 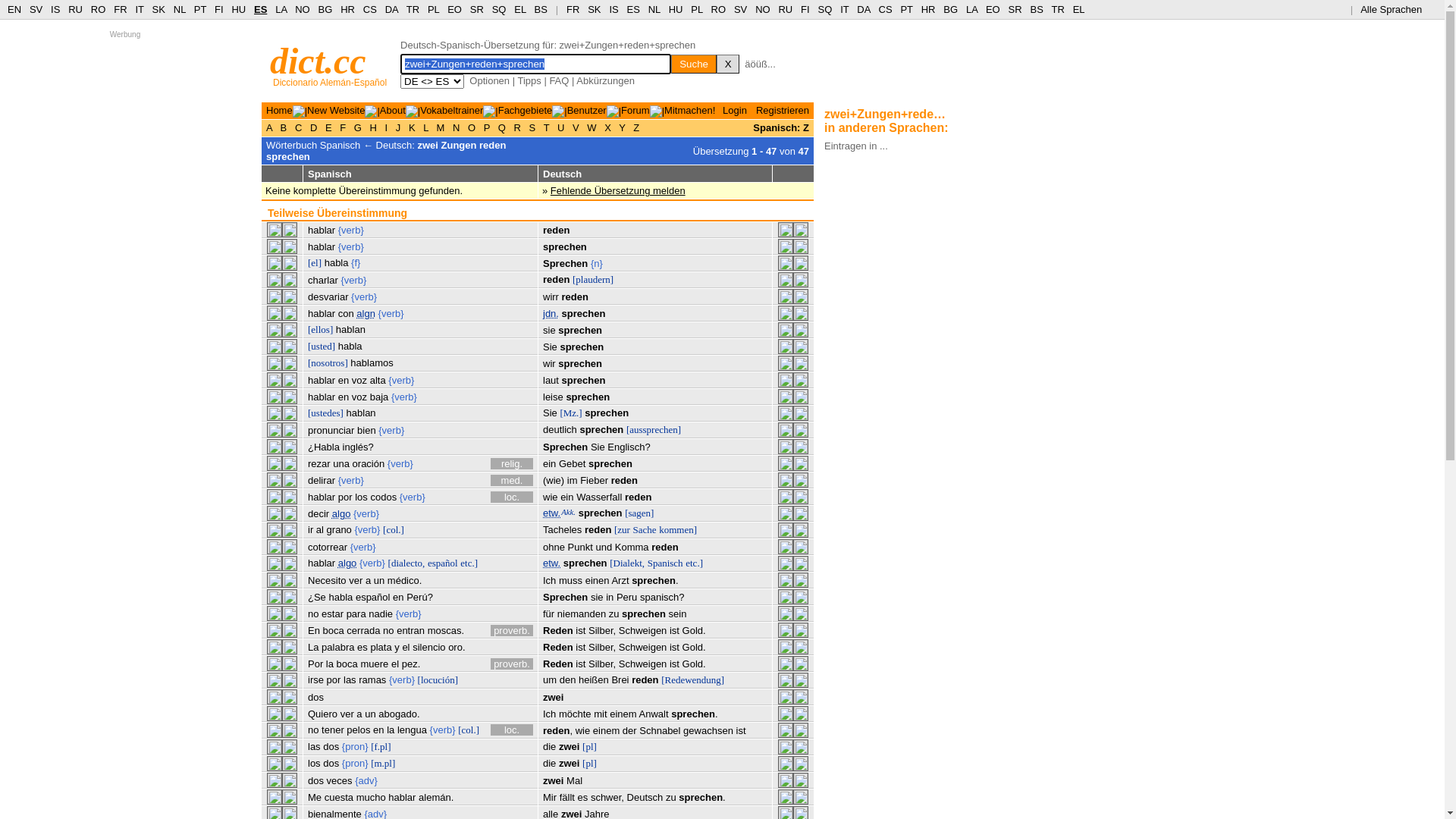 I want to click on 'Sprechen', so click(x=564, y=596).